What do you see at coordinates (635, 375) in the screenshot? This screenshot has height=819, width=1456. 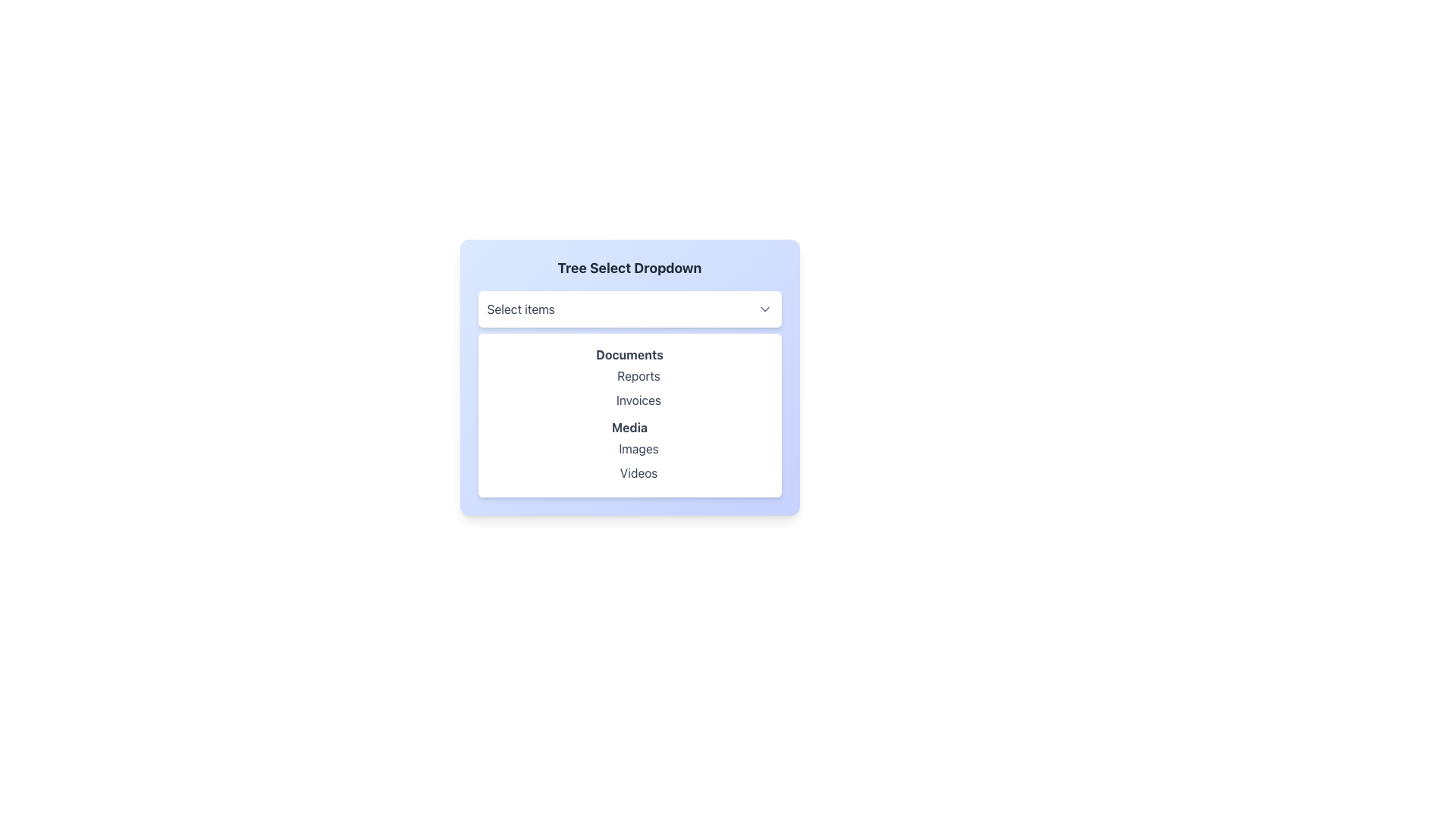 I see `the 'Reports' menu option, which is the first item in a dropdown menu with a light blue background and white selection area` at bounding box center [635, 375].